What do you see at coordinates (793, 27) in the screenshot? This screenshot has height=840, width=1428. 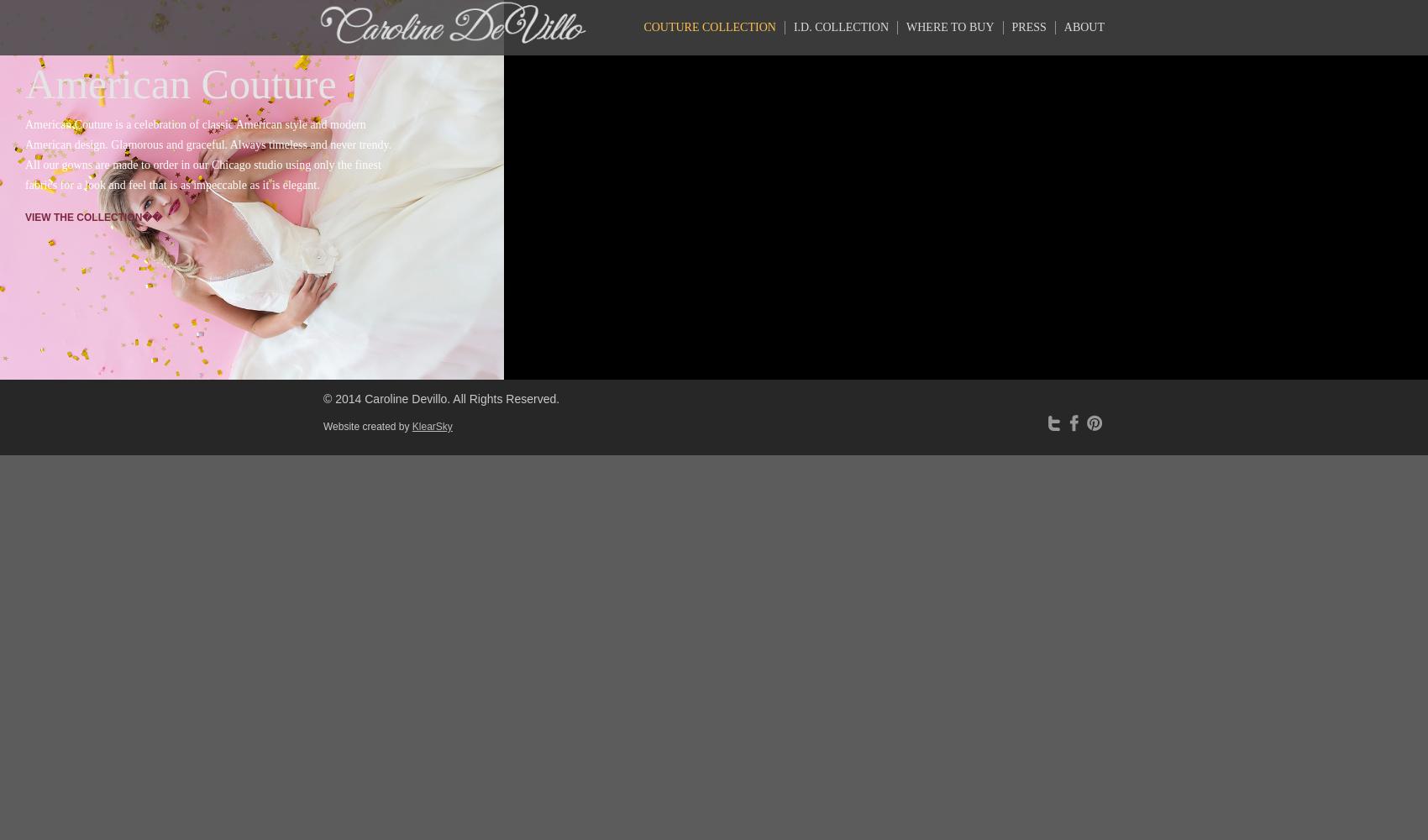 I see `'I.D. Collection'` at bounding box center [793, 27].